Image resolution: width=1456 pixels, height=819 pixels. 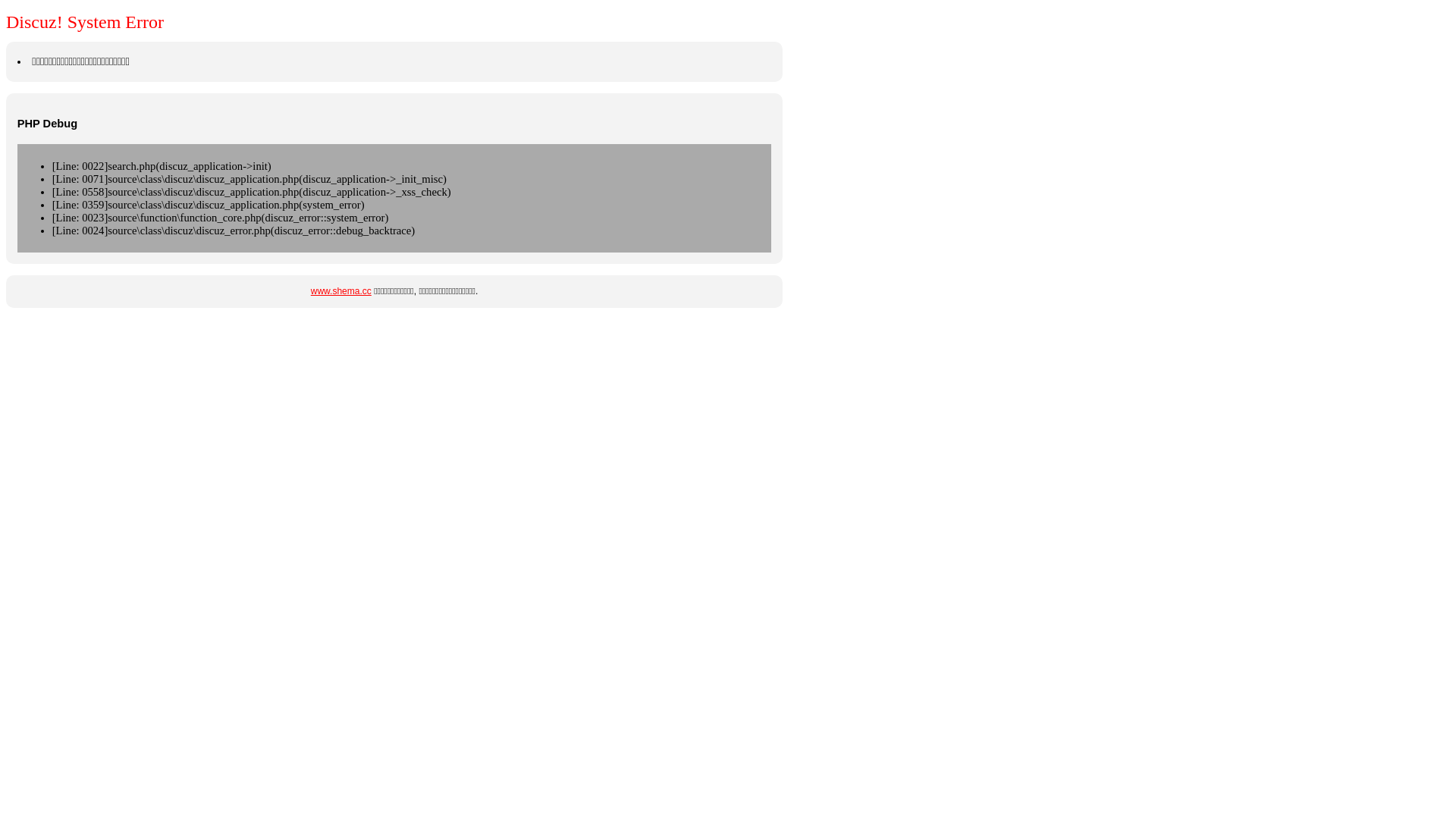 I want to click on 'www.shema.cc', so click(x=340, y=291).